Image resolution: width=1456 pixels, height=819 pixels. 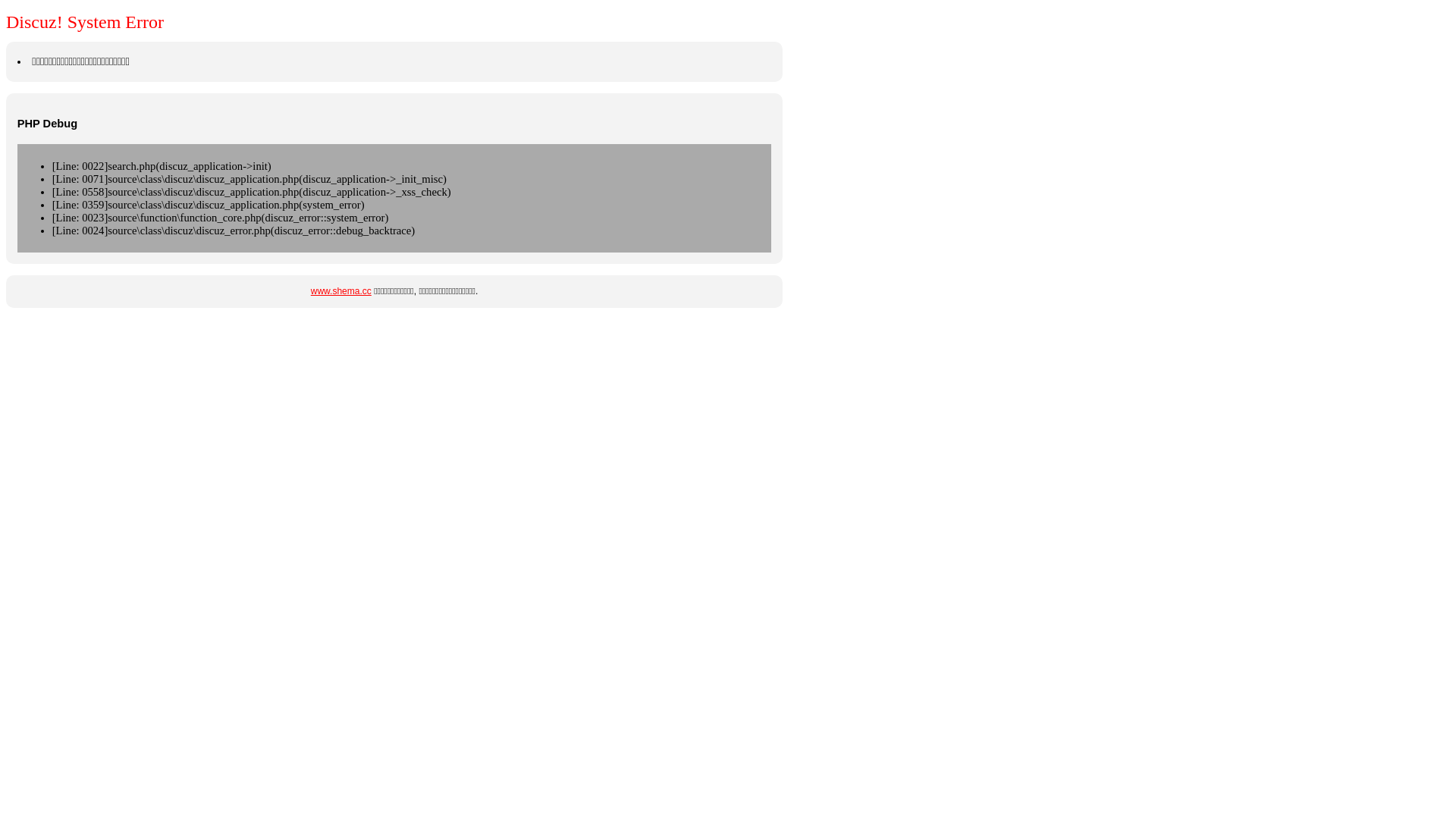 I want to click on 'www.shema.cc', so click(x=340, y=291).